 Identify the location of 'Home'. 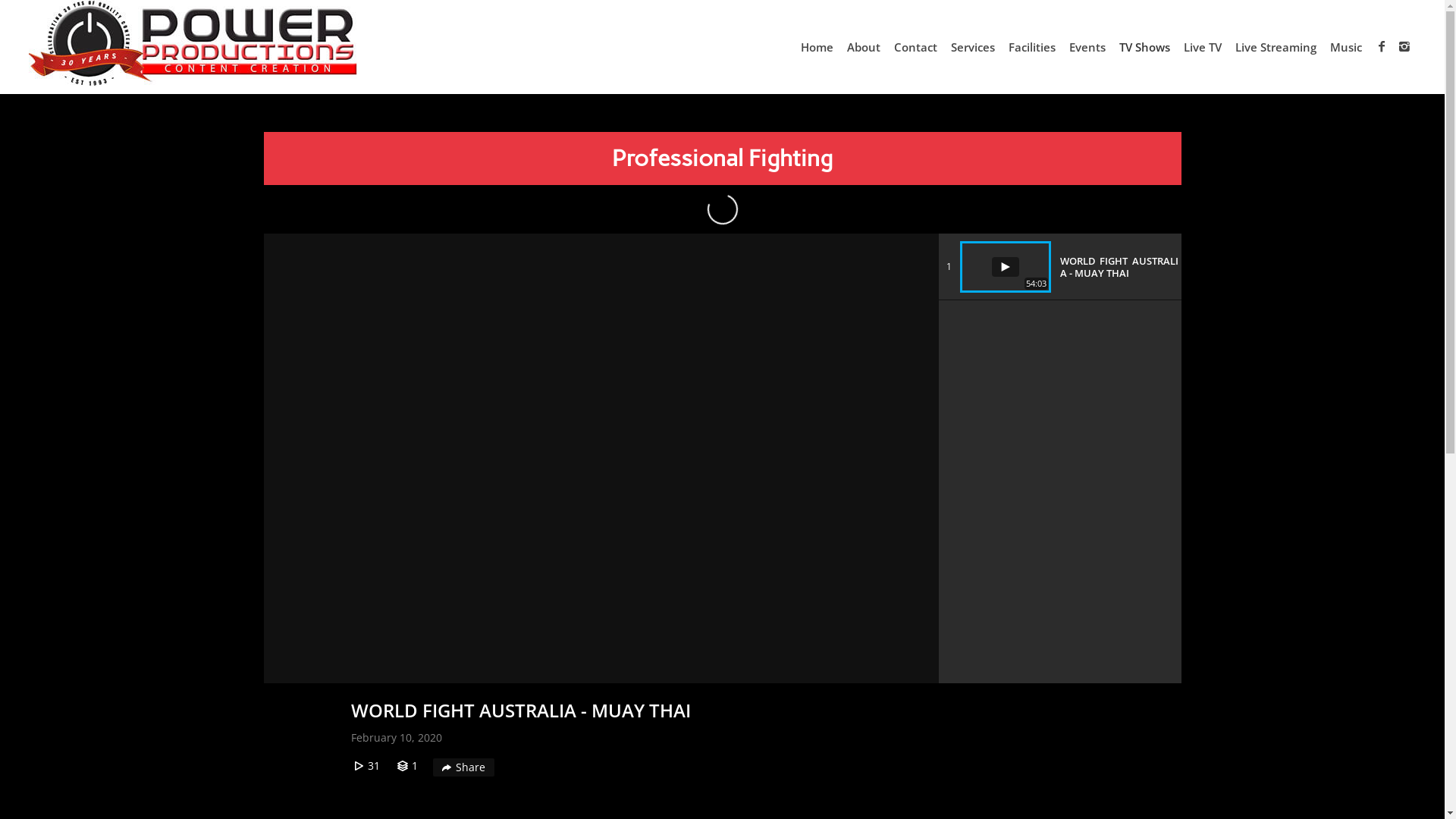
(816, 45).